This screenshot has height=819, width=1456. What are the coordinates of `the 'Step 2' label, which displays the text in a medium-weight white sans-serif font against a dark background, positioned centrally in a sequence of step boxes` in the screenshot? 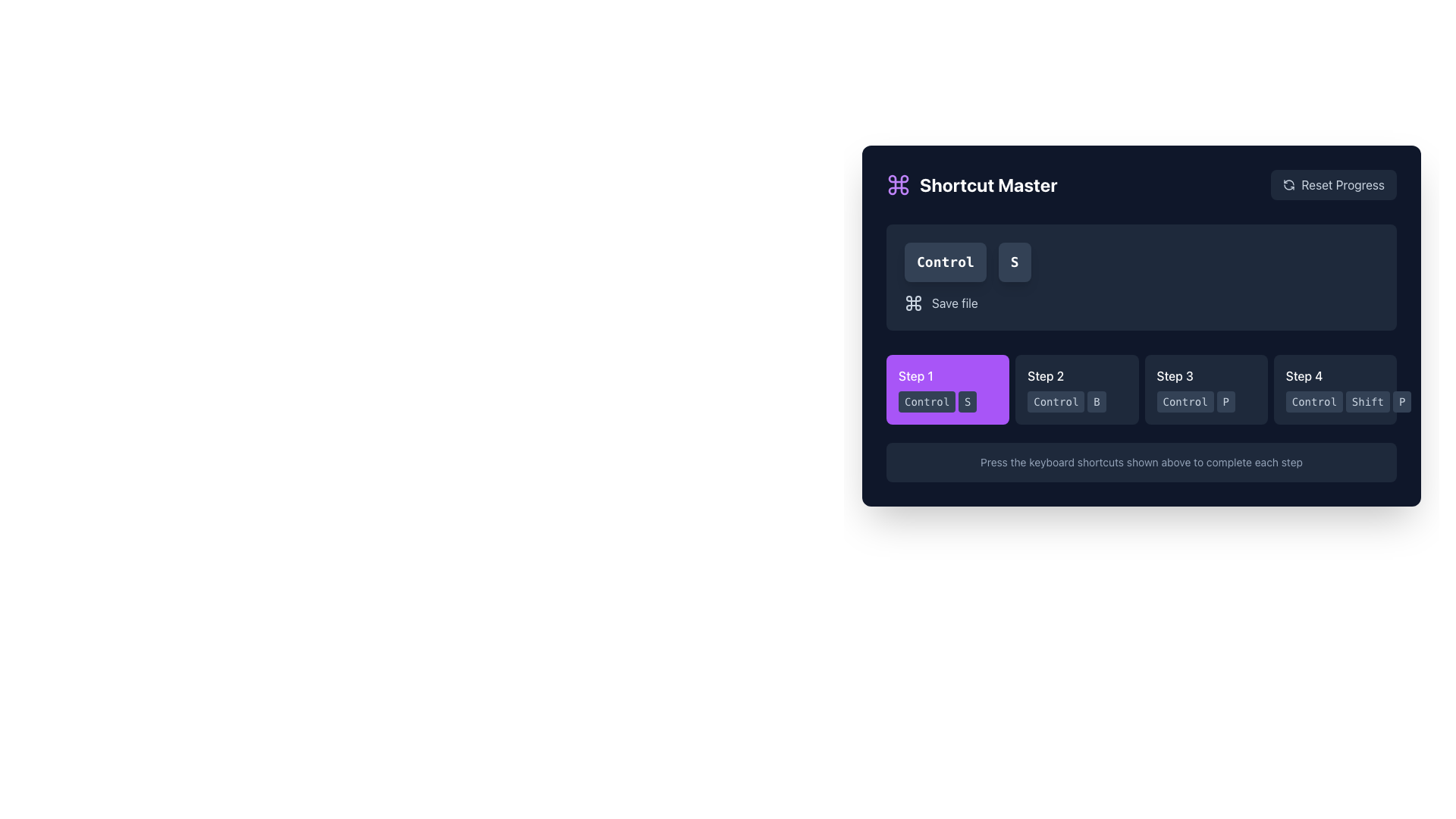 It's located at (1045, 375).